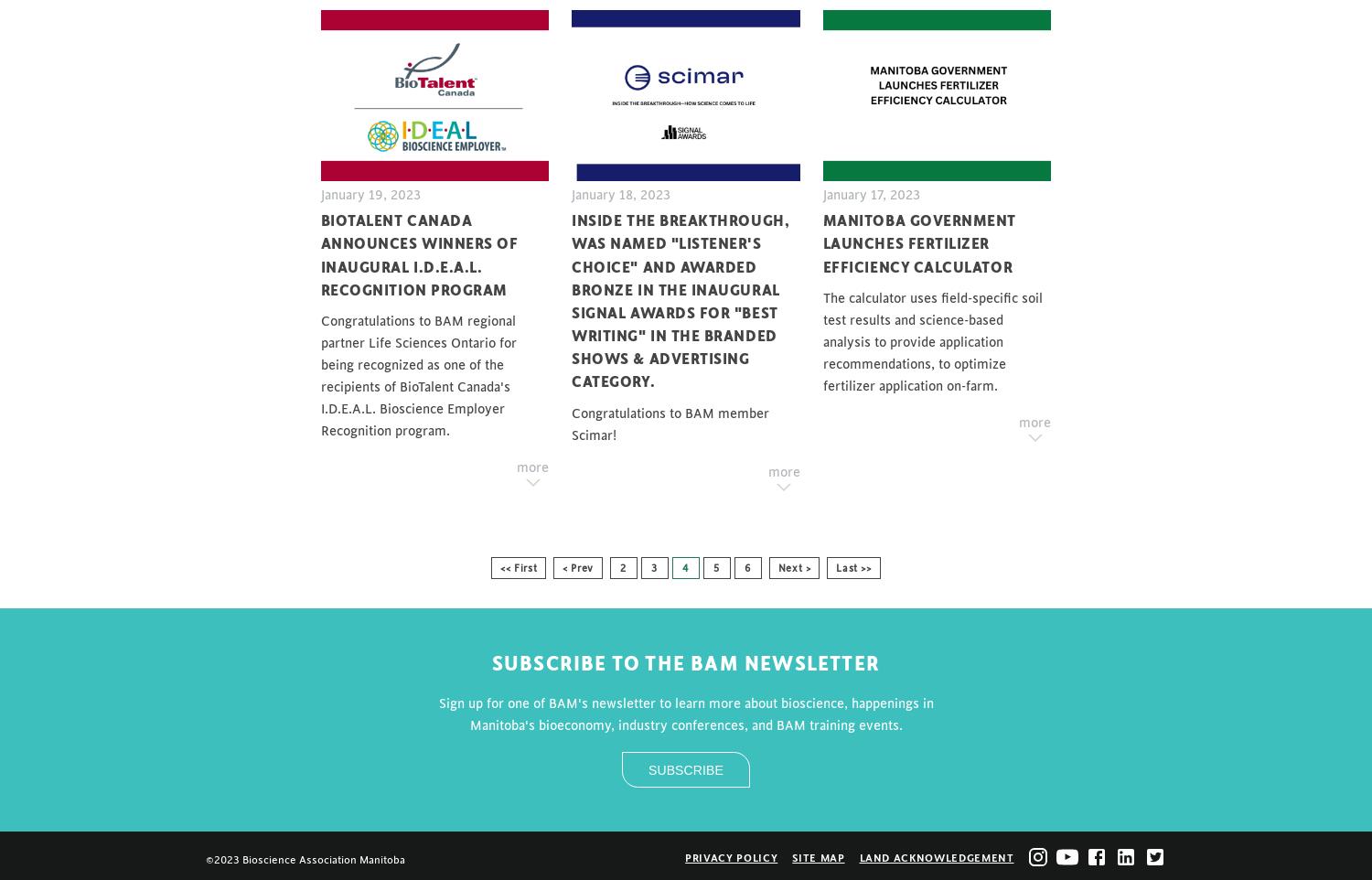  Describe the element at coordinates (318, 374) in the screenshot. I see `'Congratulations to BAM regional partner Life Sciences Ontario for being recognized as one of the recipients of BioTalent Canada's I.D.E.A.L. Bioscience Employer Recognition program.'` at that location.